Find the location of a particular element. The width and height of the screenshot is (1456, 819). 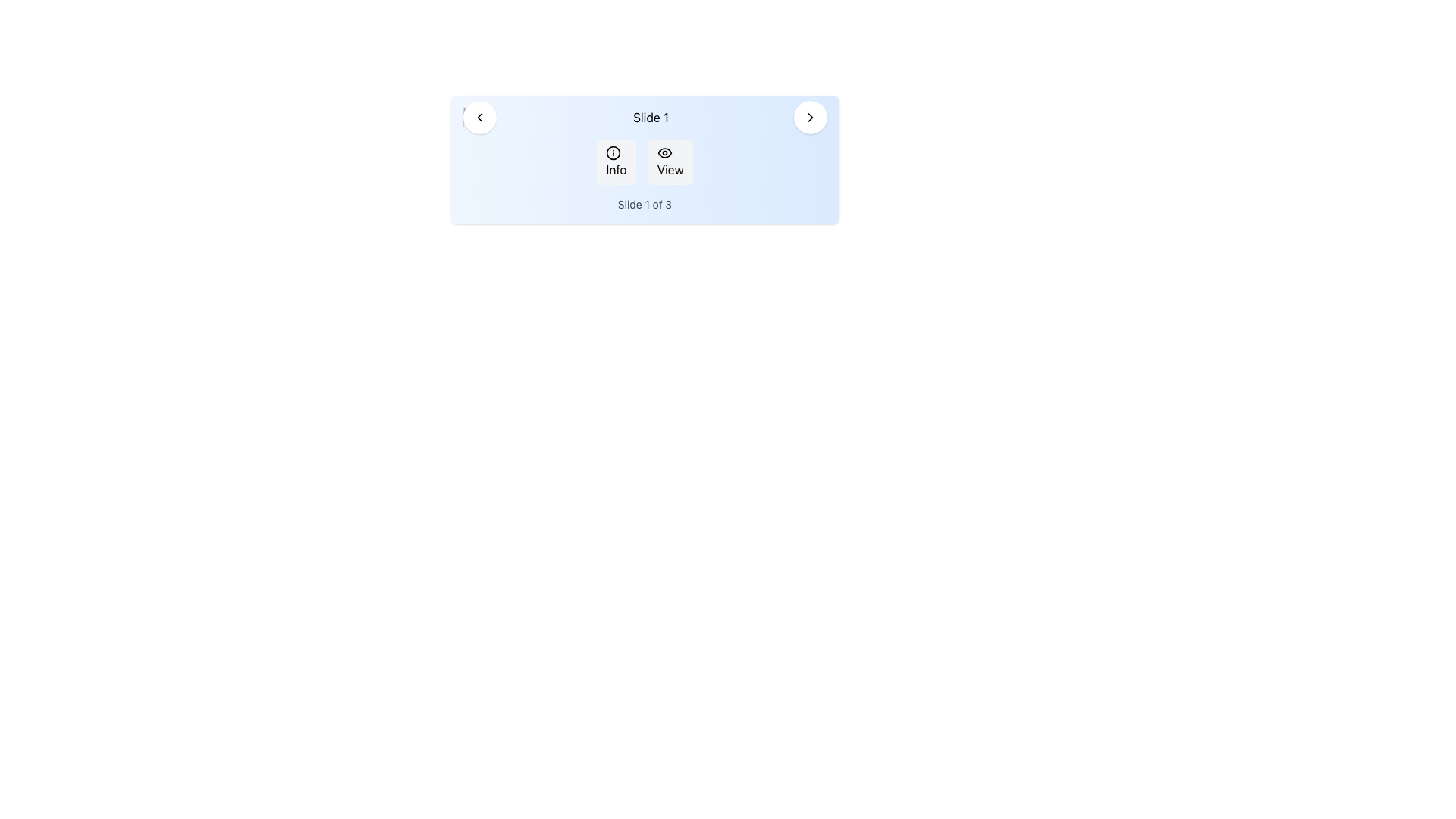

the rectangular image placeholder with a light gray background and thin gray border is located at coordinates (645, 116).